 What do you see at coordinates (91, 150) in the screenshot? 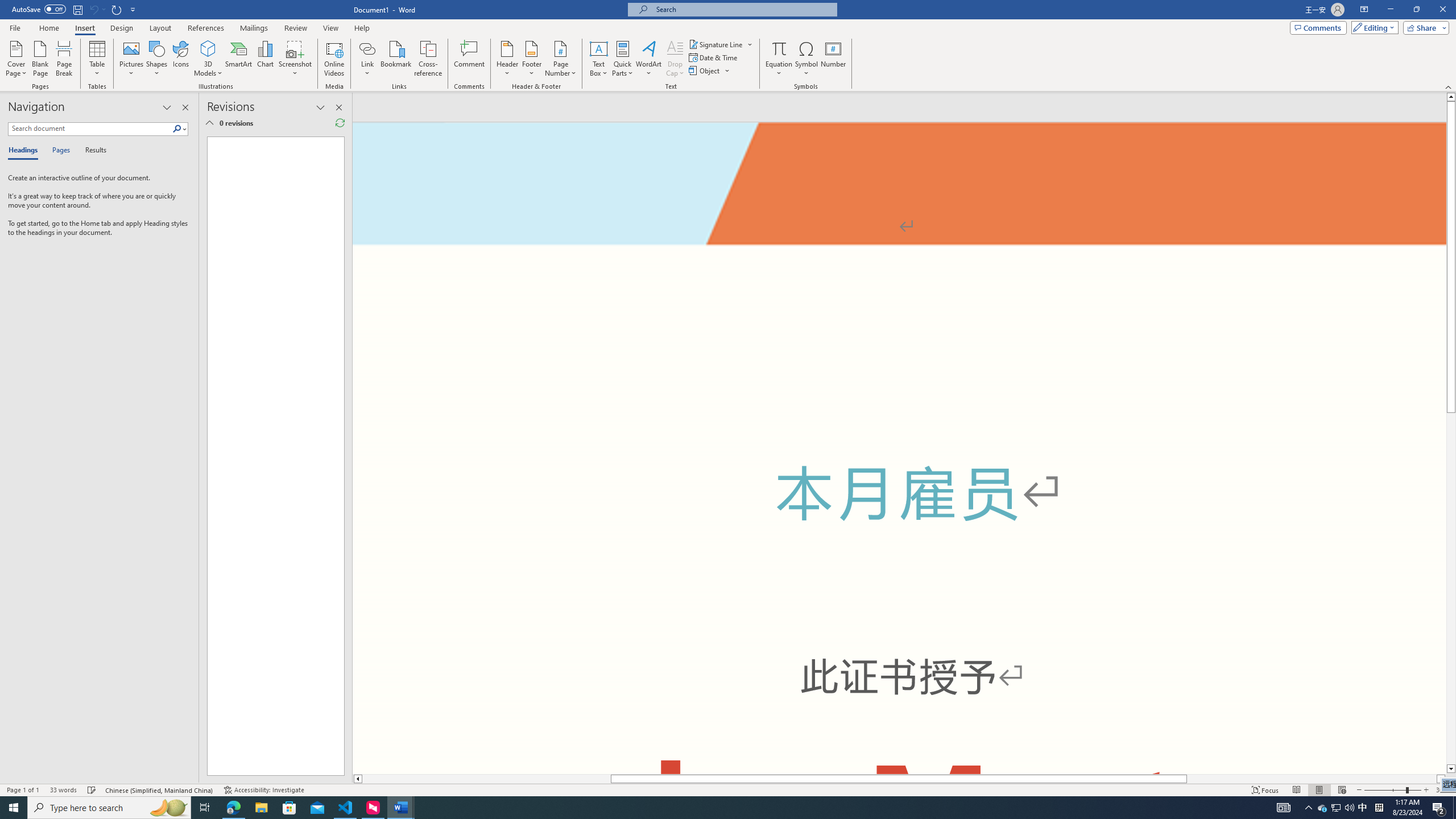
I see `'Results'` at bounding box center [91, 150].